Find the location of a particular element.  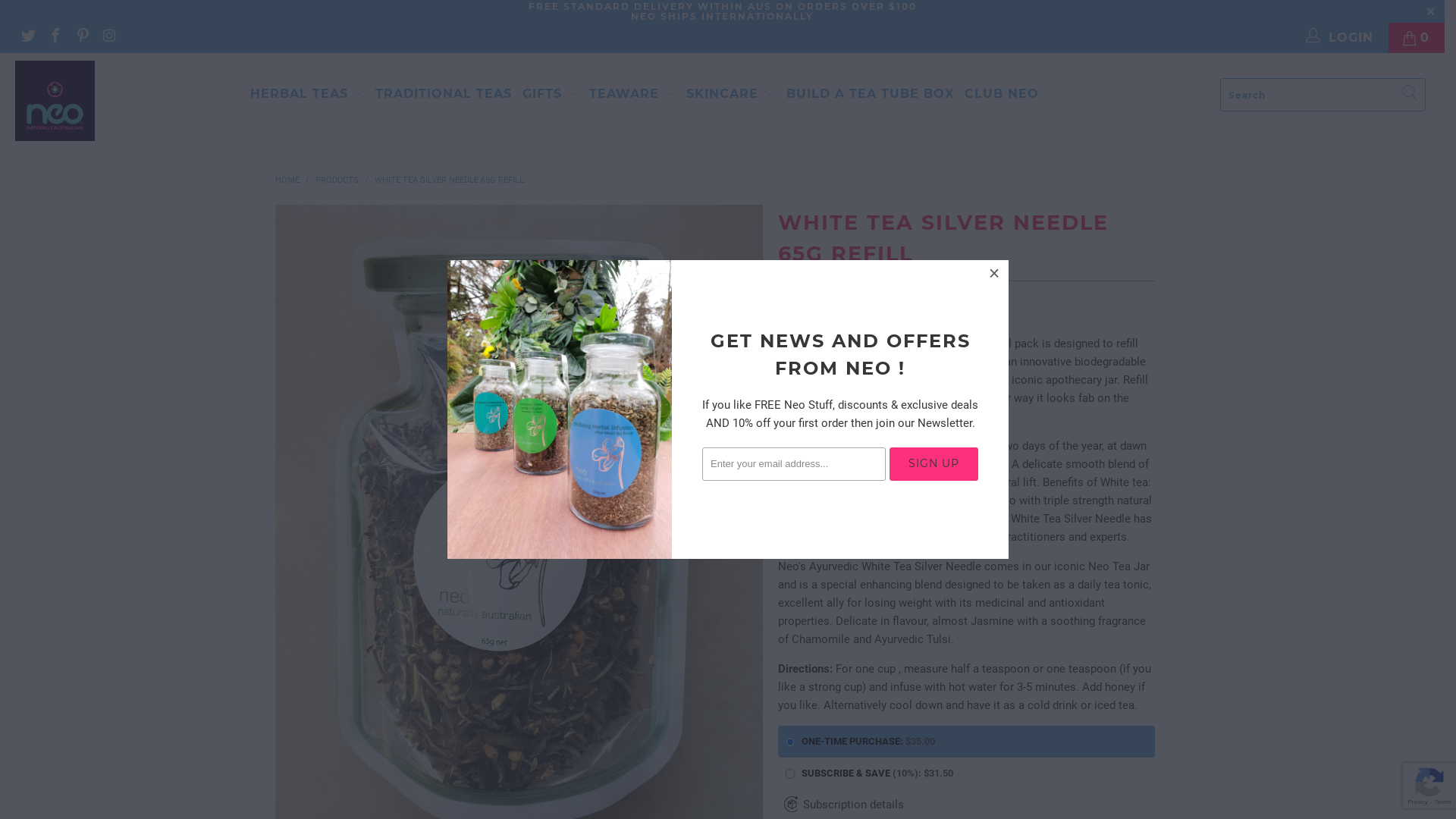

'0' is located at coordinates (1415, 37).